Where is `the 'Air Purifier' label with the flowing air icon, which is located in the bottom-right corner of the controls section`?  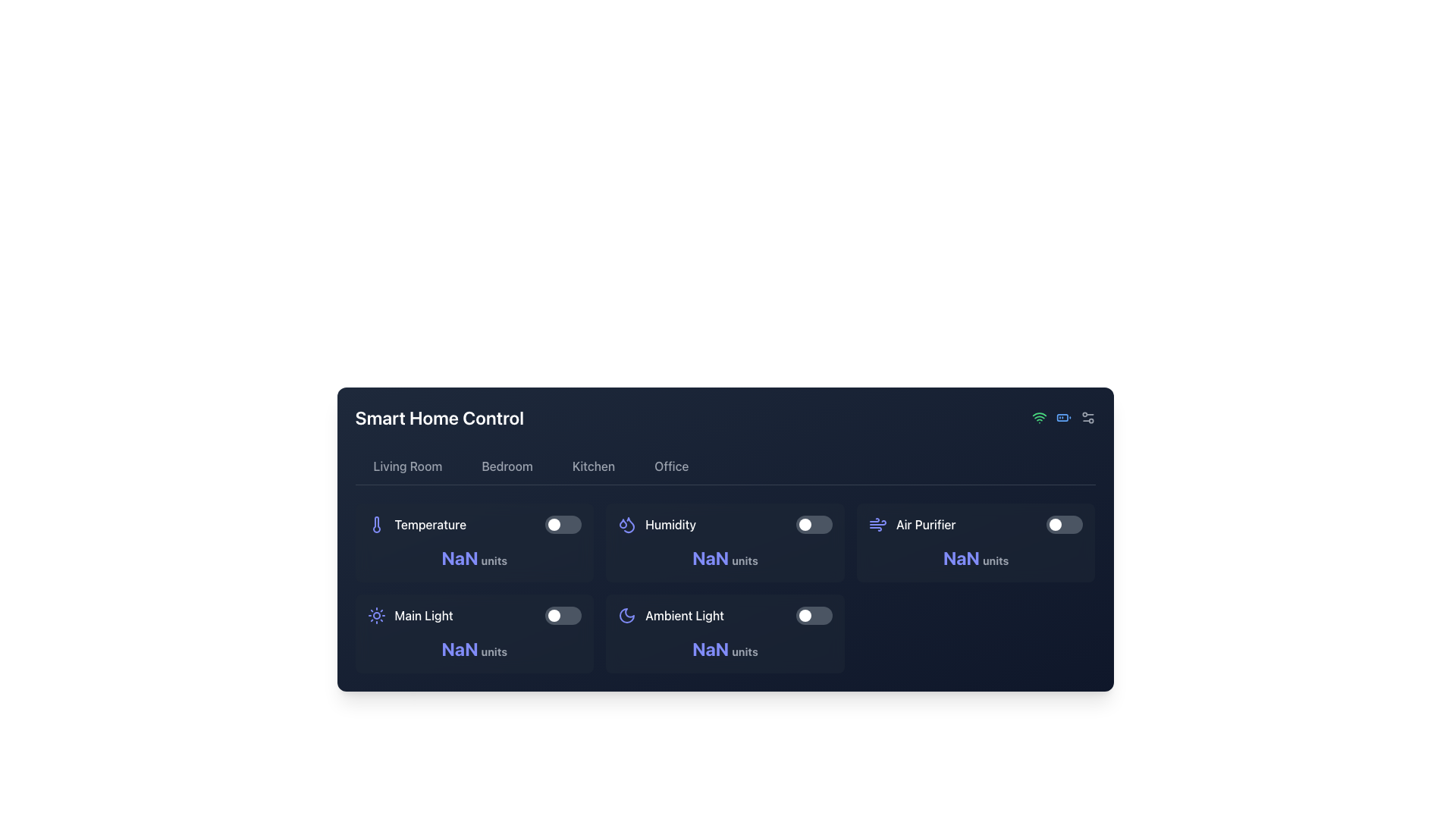
the 'Air Purifier' label with the flowing air icon, which is located in the bottom-right corner of the controls section is located at coordinates (912, 523).